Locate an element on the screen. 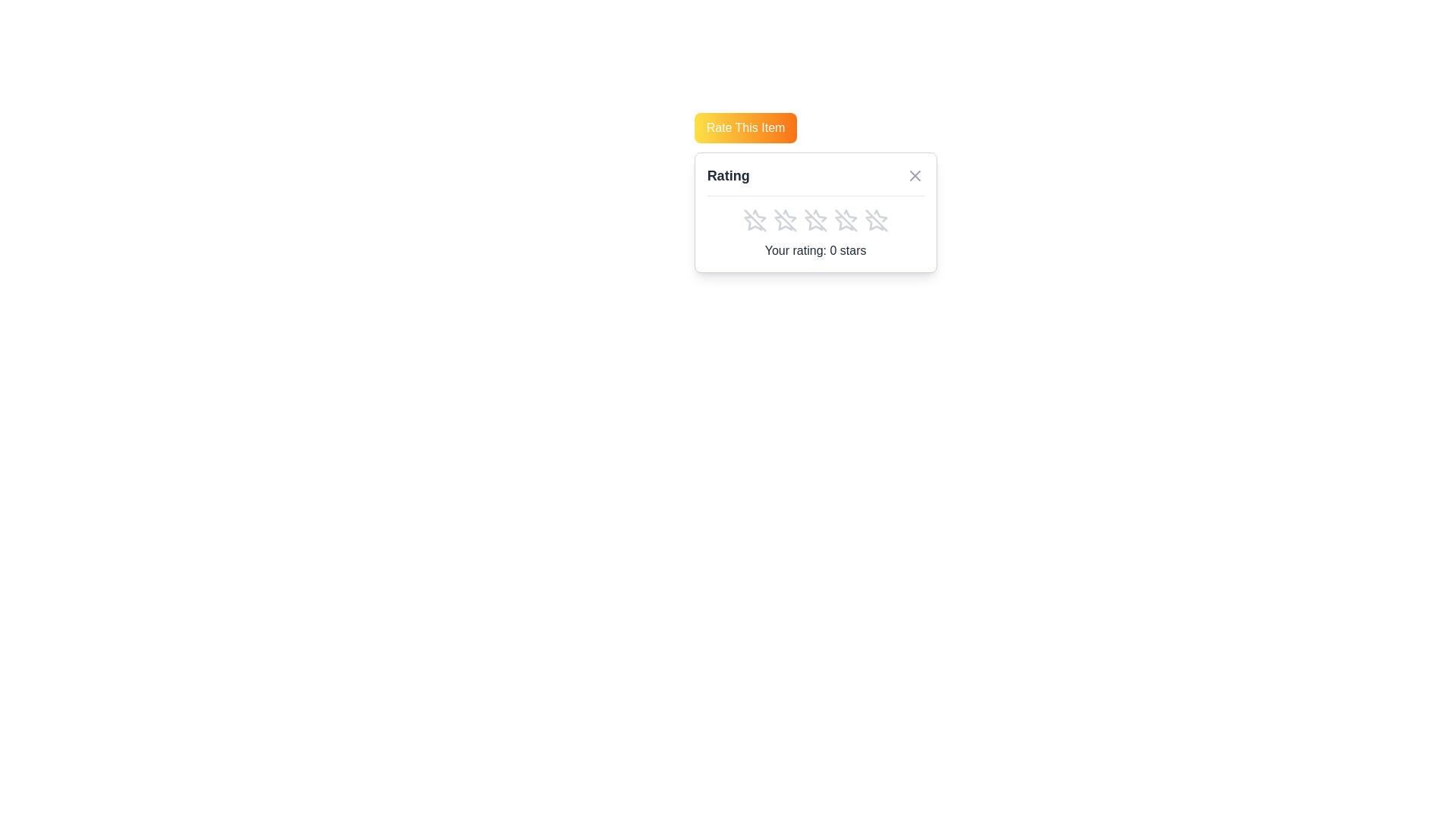  the second star icon from the left in the rating component of the pop-up card titled 'Rating', which is currently in a disabled state with a gray color scheme is located at coordinates (785, 220).